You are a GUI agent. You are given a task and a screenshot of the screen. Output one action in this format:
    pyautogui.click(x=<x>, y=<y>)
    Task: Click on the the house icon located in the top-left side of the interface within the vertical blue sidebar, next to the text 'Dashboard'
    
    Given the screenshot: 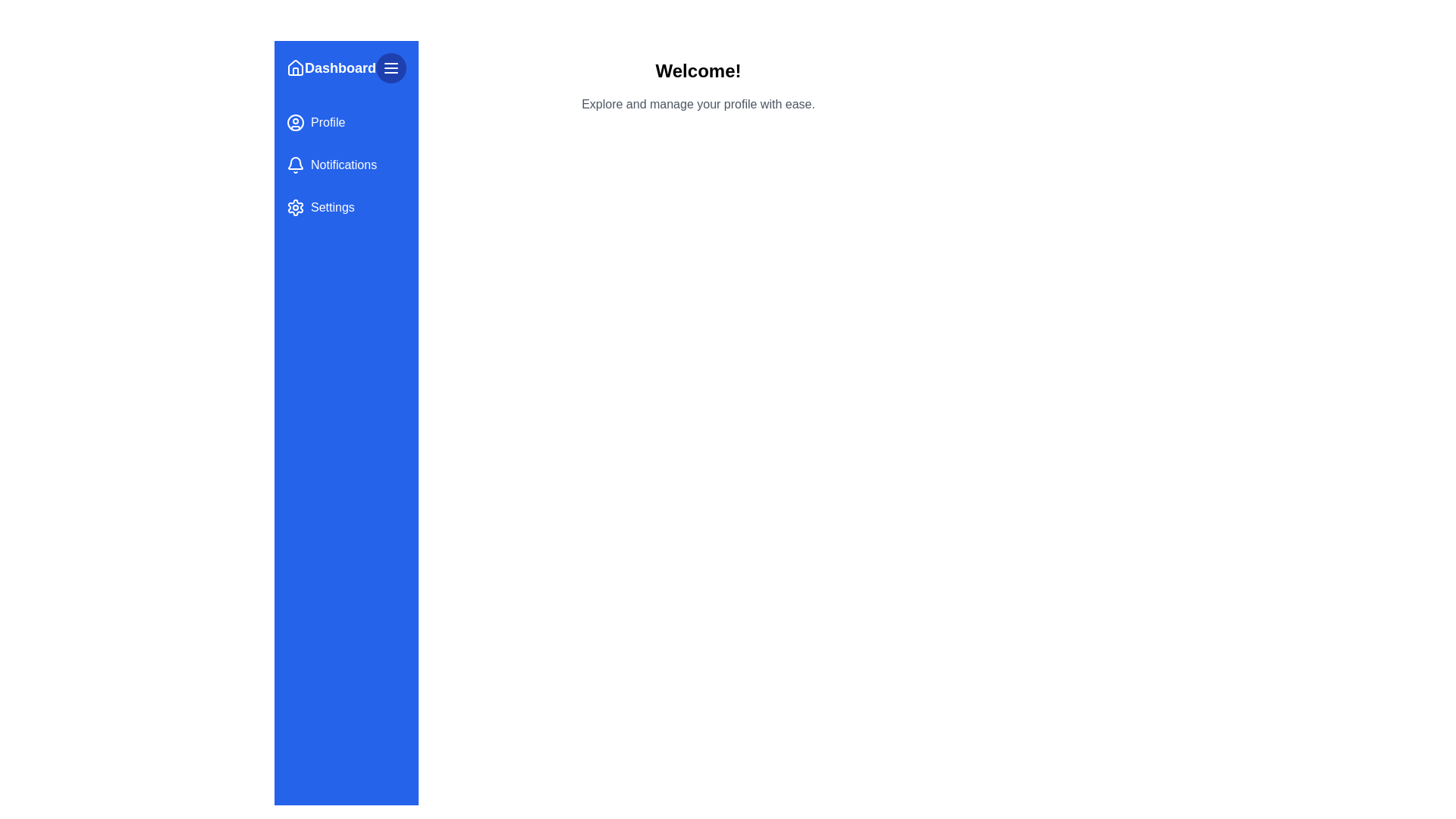 What is the action you would take?
    pyautogui.click(x=295, y=66)
    